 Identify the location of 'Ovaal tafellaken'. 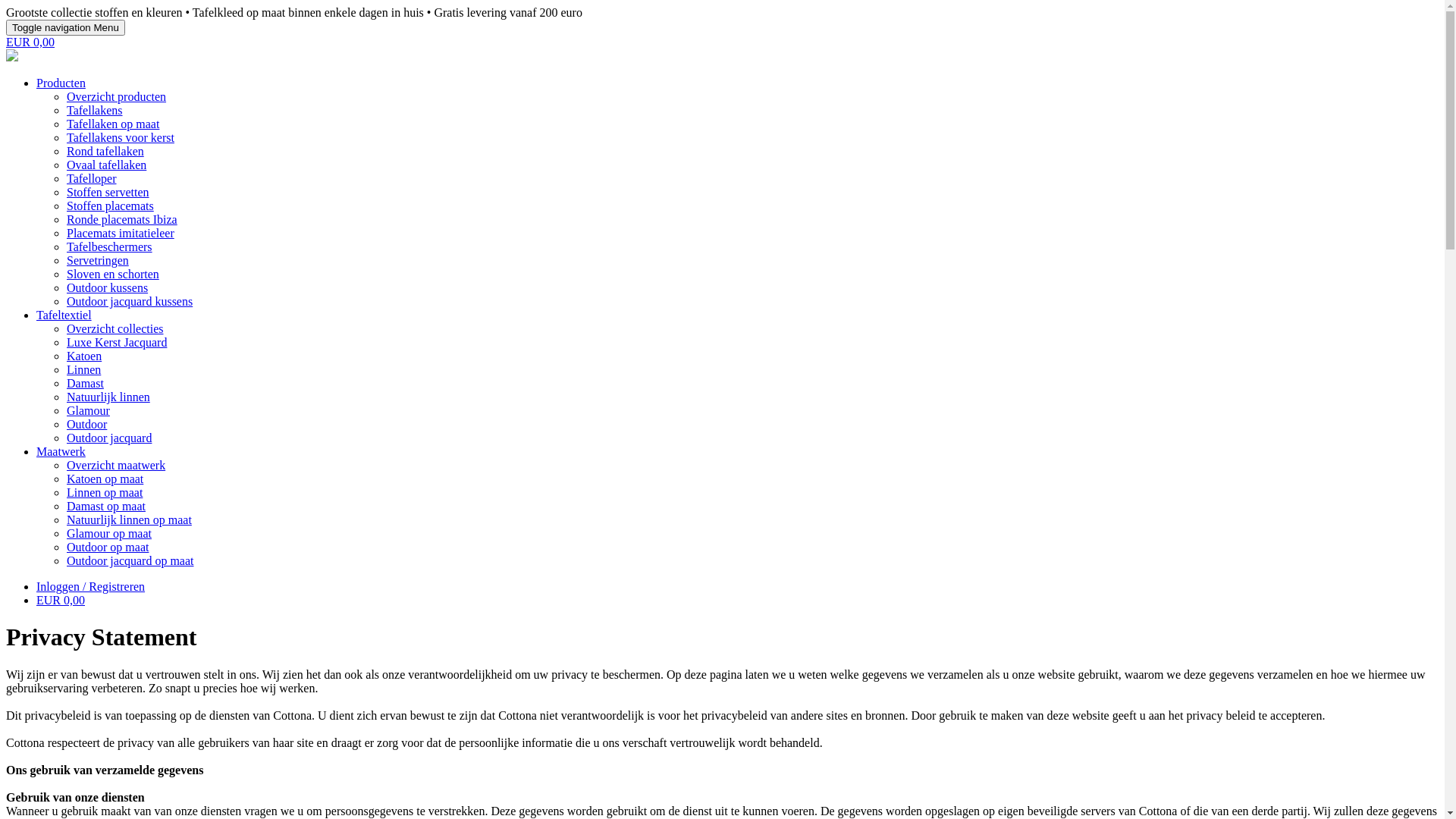
(65, 165).